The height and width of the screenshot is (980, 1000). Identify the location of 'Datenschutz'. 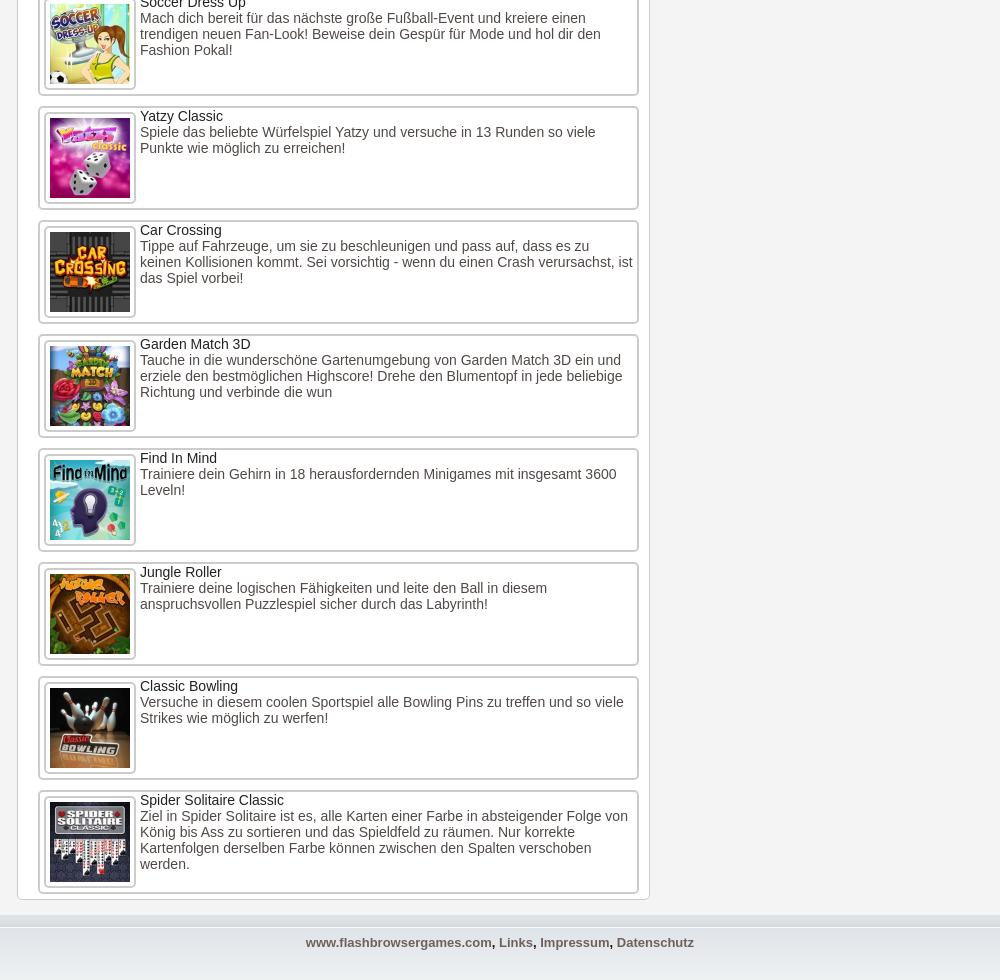
(655, 942).